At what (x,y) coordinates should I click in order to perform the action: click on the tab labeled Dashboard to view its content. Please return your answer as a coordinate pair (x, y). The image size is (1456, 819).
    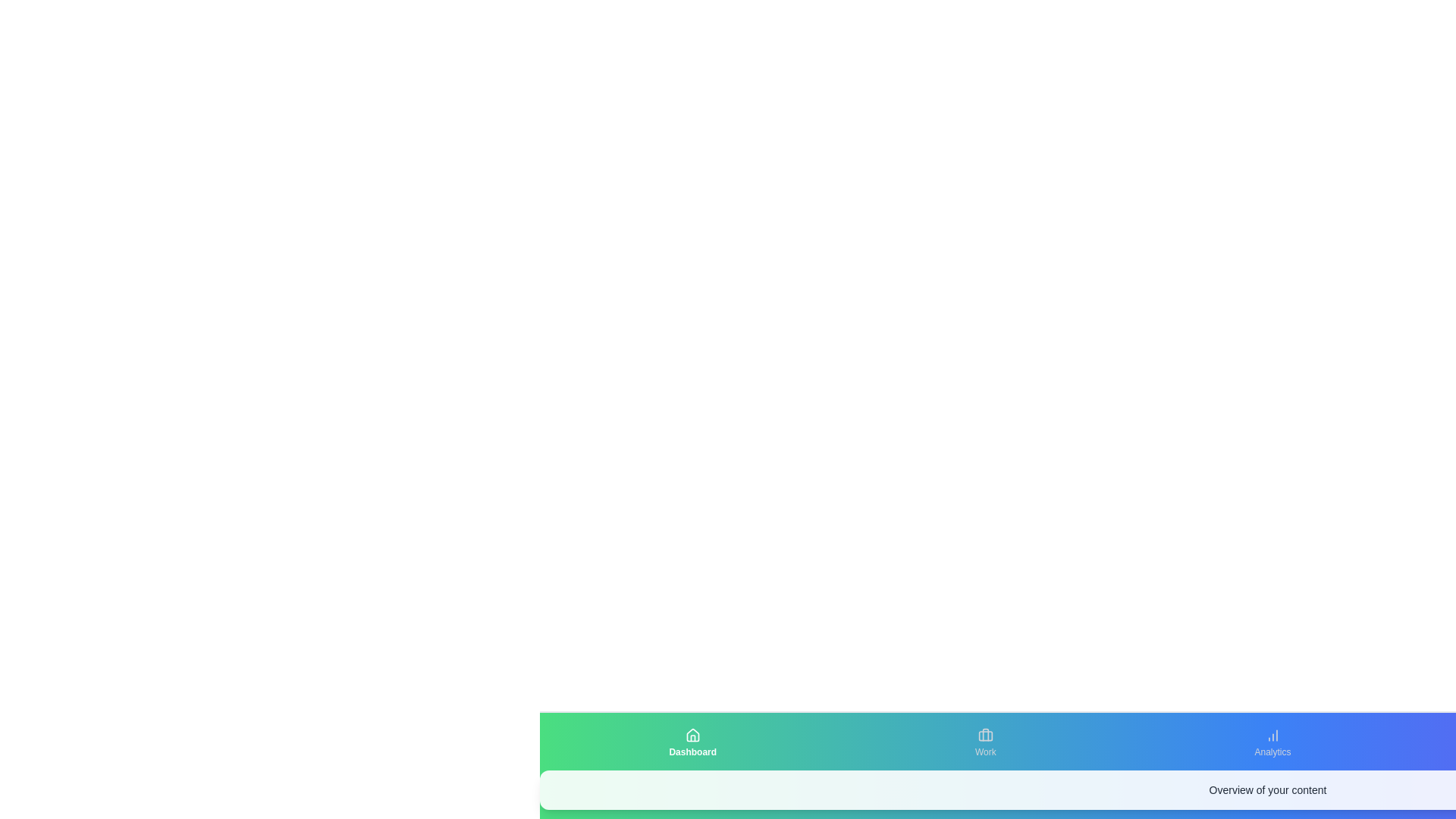
    Looking at the image, I should click on (692, 742).